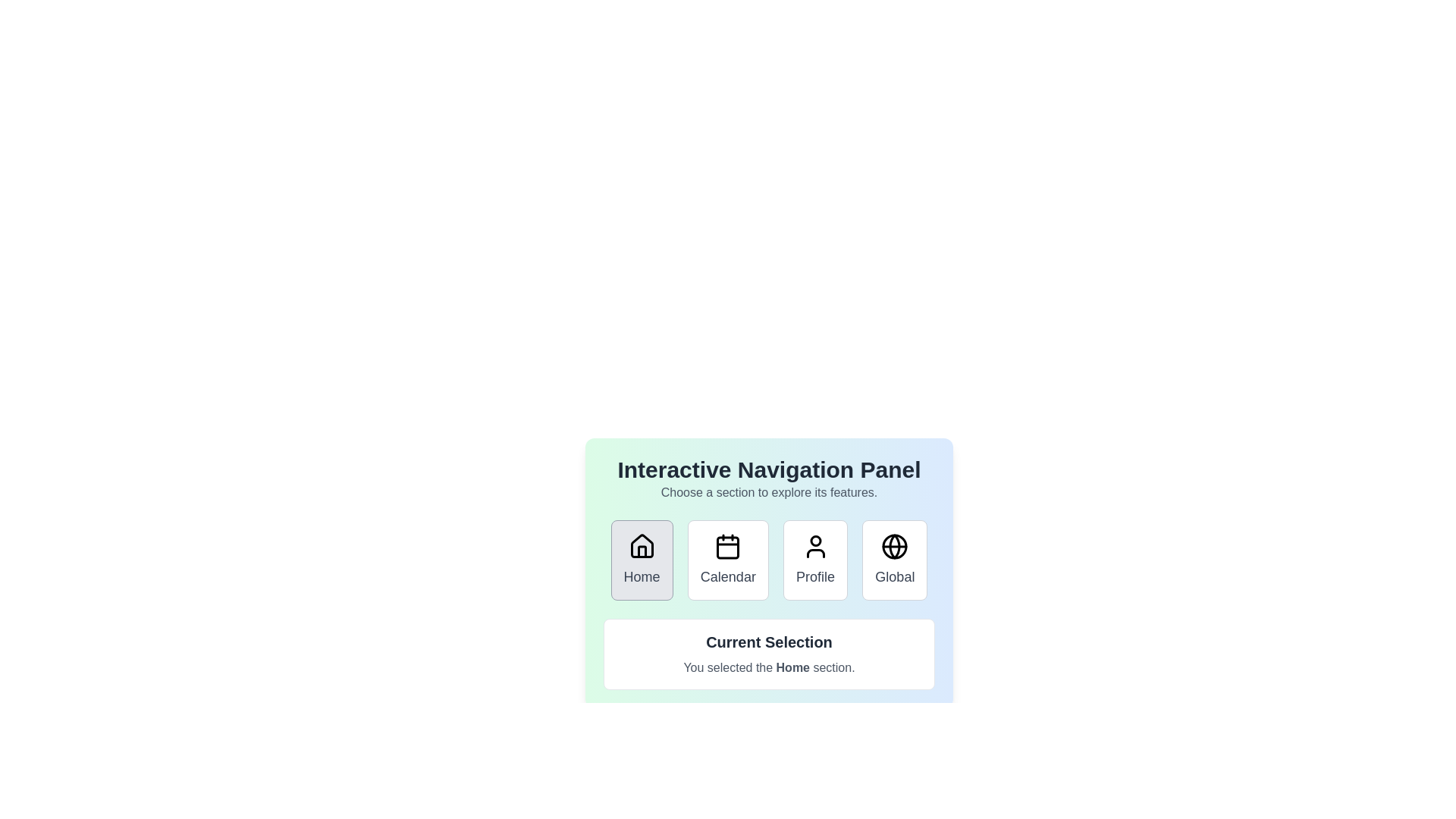 This screenshot has width=1456, height=819. I want to click on the second card from the left in the navigation panel, which has a white background, gray border, and features a black calendar icon above the label 'Calendar', so click(728, 560).